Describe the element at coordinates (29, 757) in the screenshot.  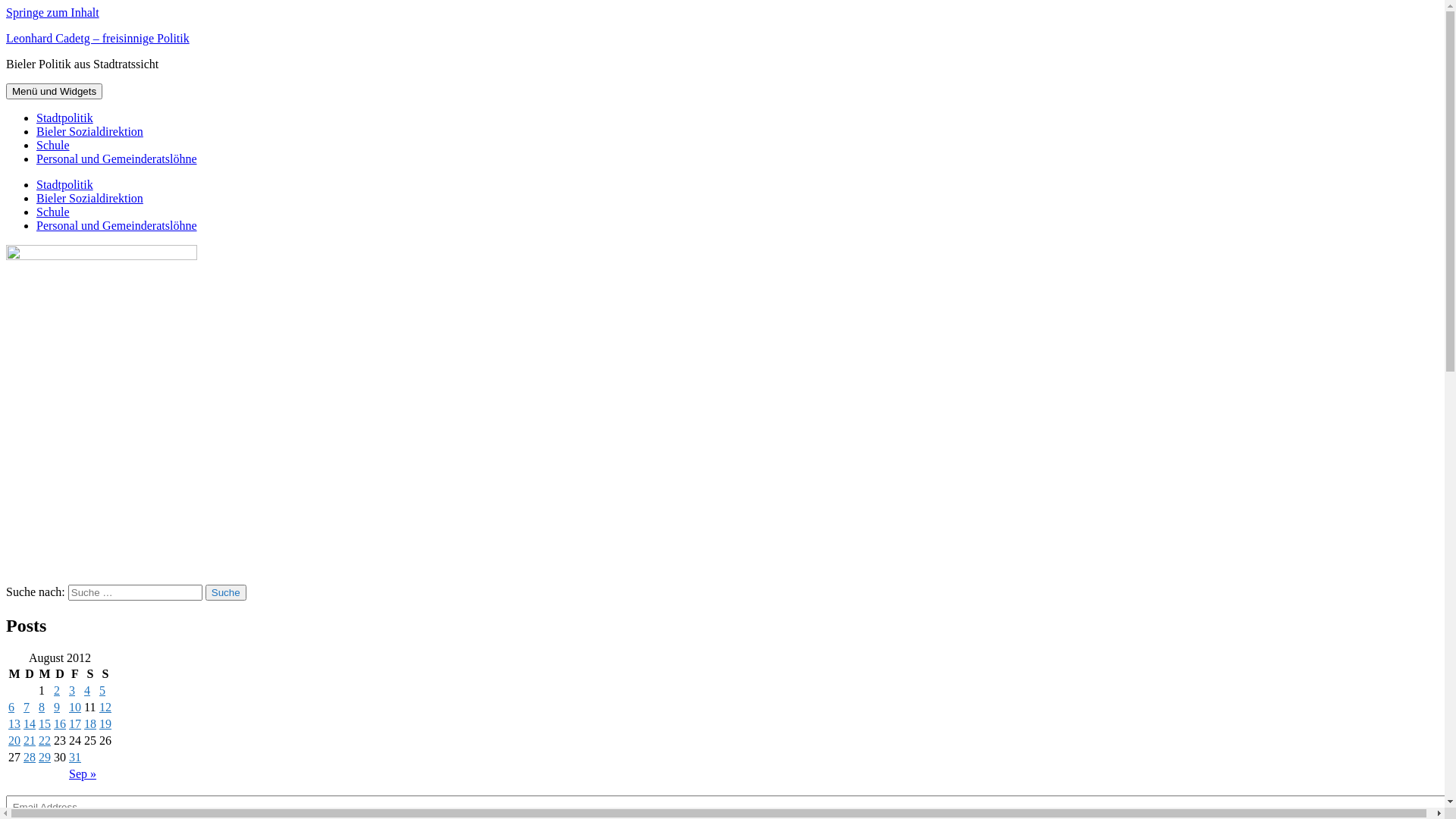
I see `'28'` at that location.